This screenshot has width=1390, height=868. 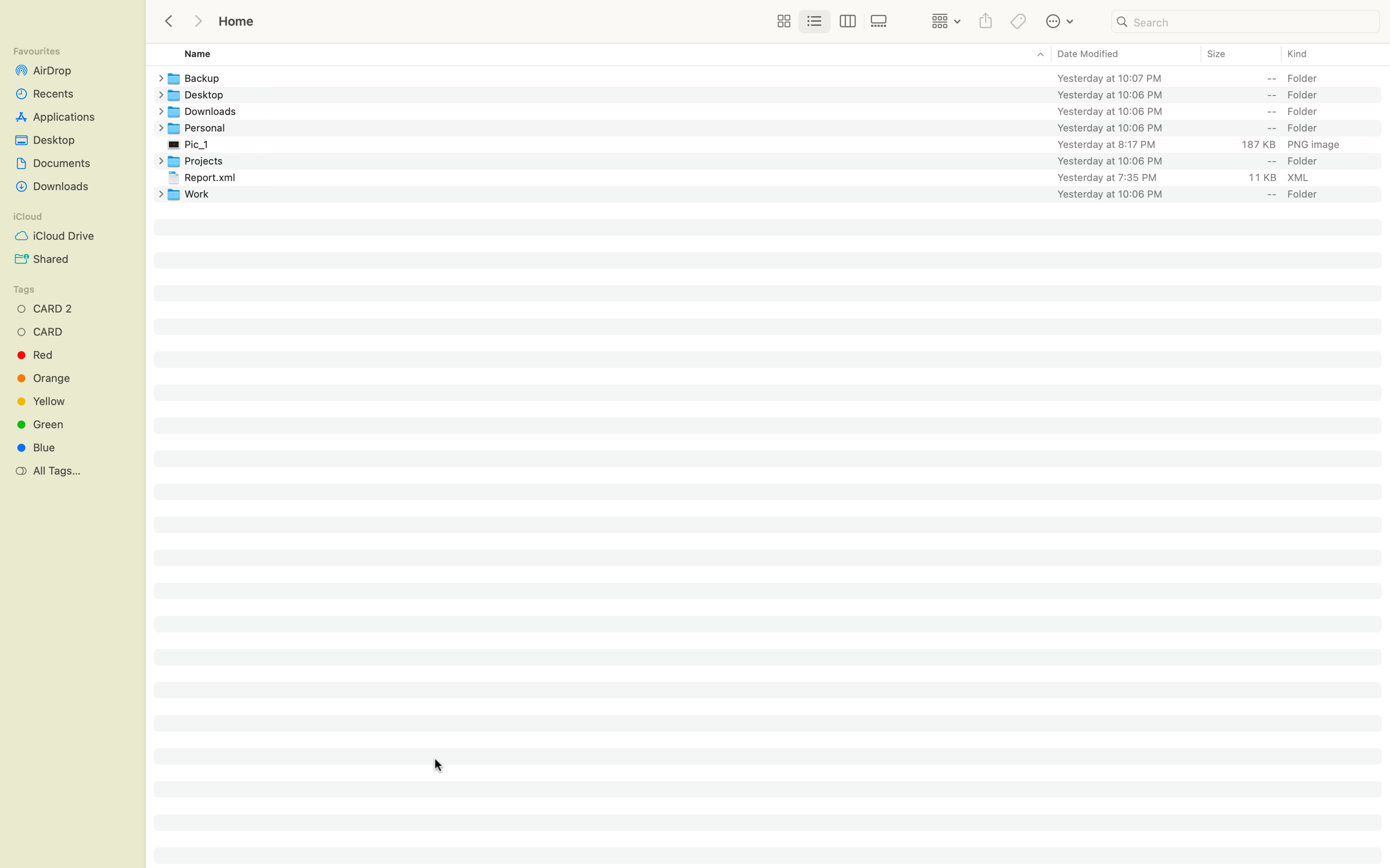 What do you see at coordinates (778, 127) in the screenshot?
I see `Visit the Personal directory, then back out to the folder you were in before` at bounding box center [778, 127].